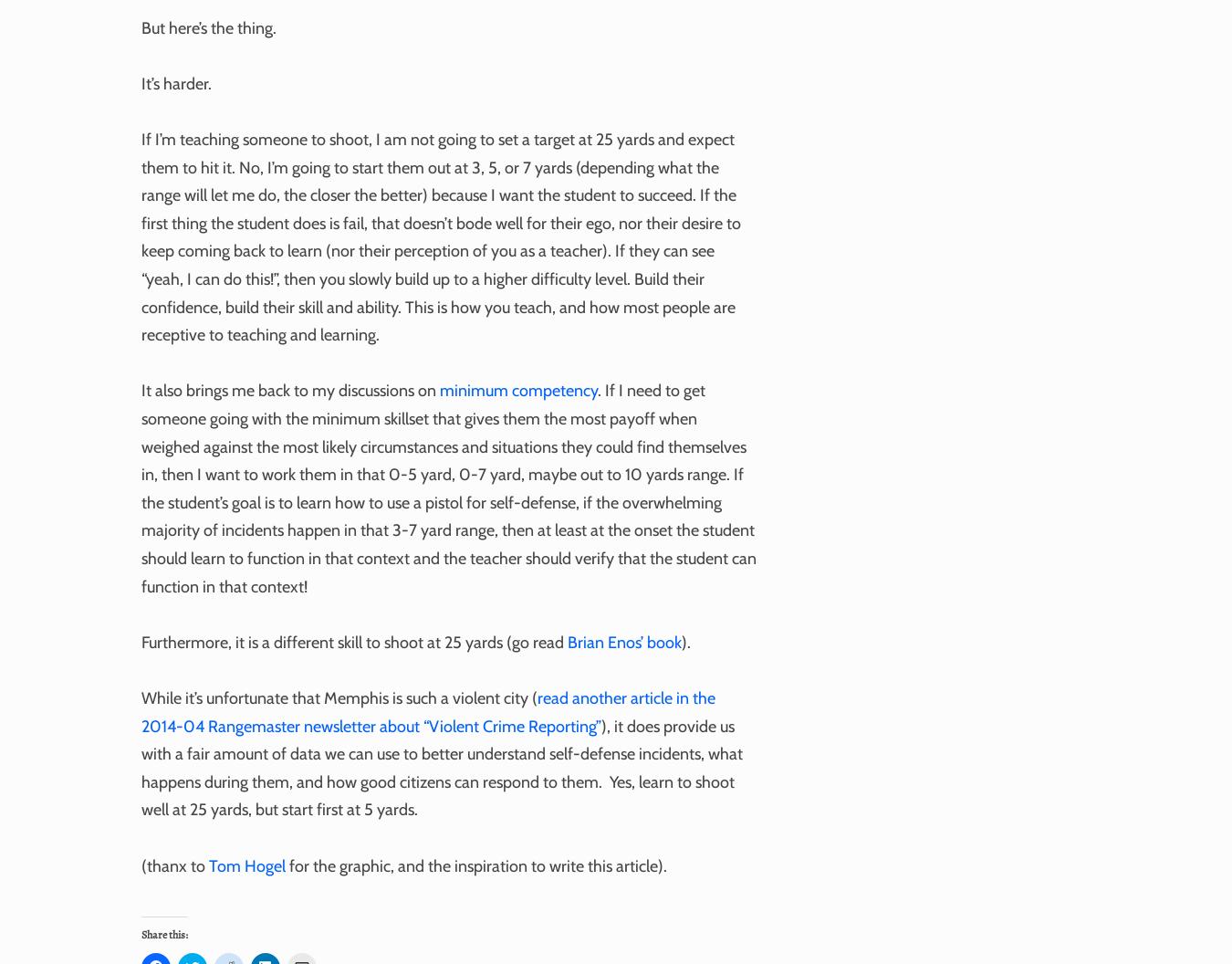  Describe the element at coordinates (245, 864) in the screenshot. I see `'Tom Hogel'` at that location.